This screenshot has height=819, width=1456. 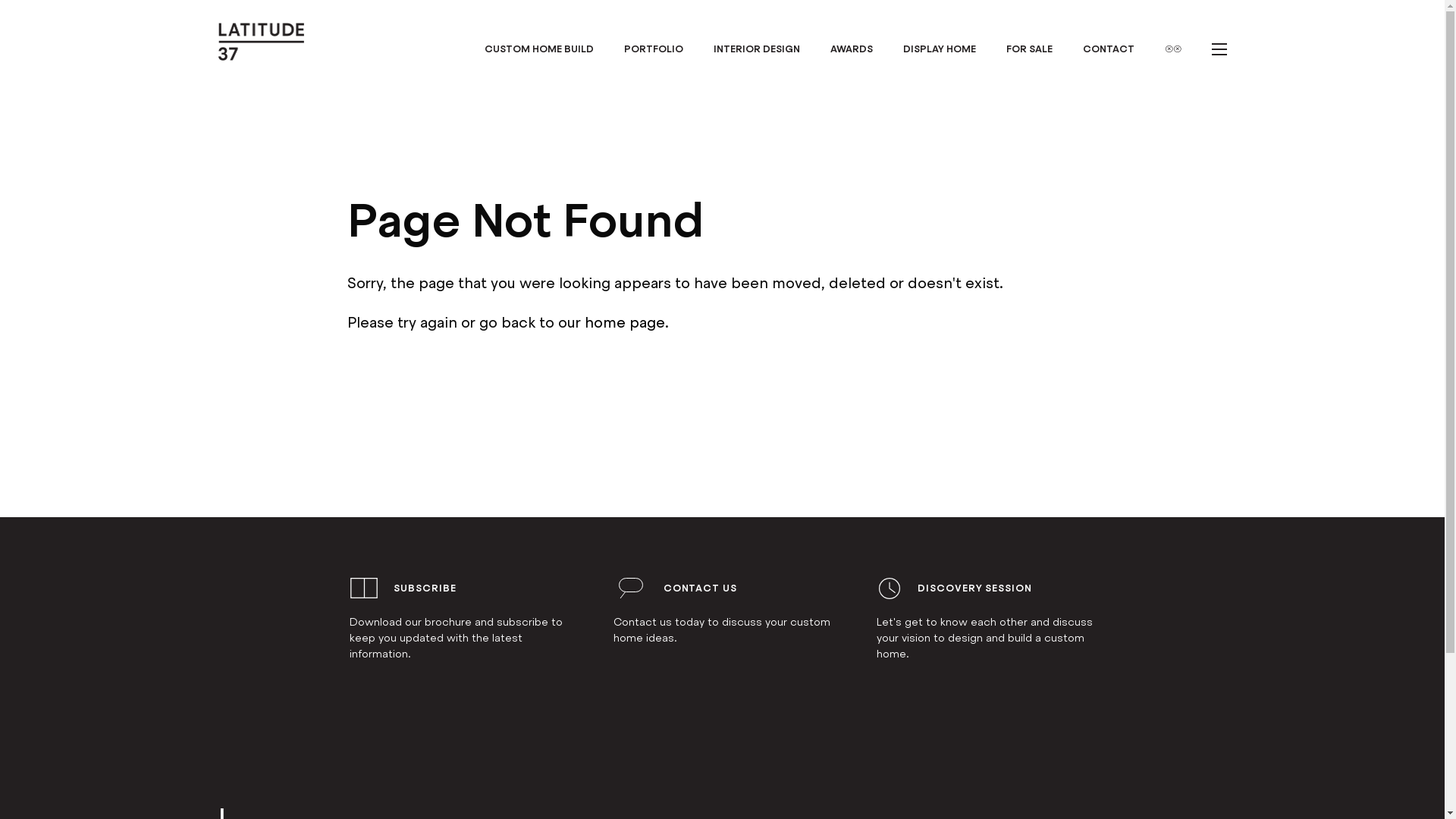 I want to click on 'Contact us today to discuss your custom home ideas.', so click(x=720, y=629).